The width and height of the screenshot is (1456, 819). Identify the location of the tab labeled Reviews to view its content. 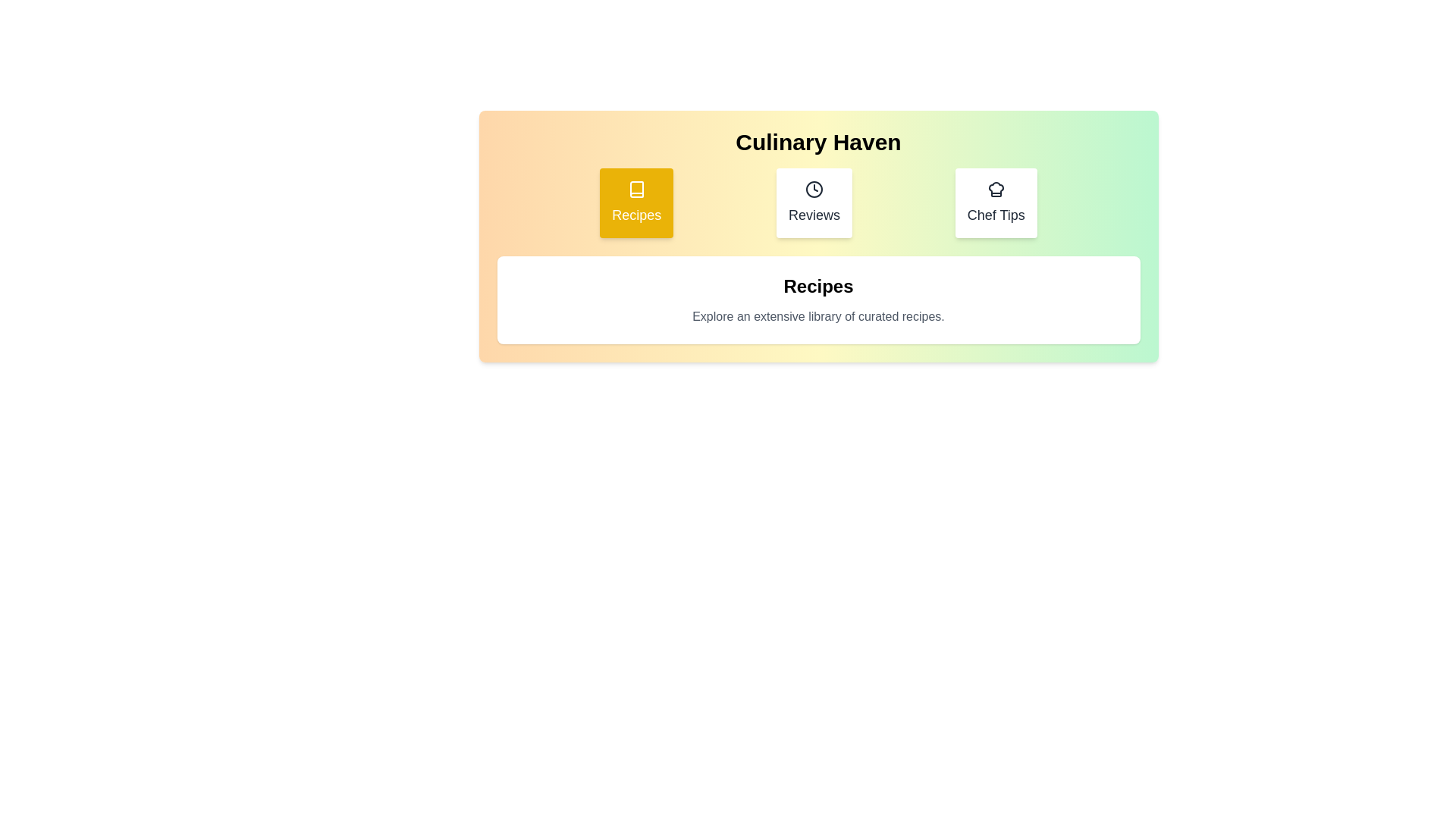
(814, 202).